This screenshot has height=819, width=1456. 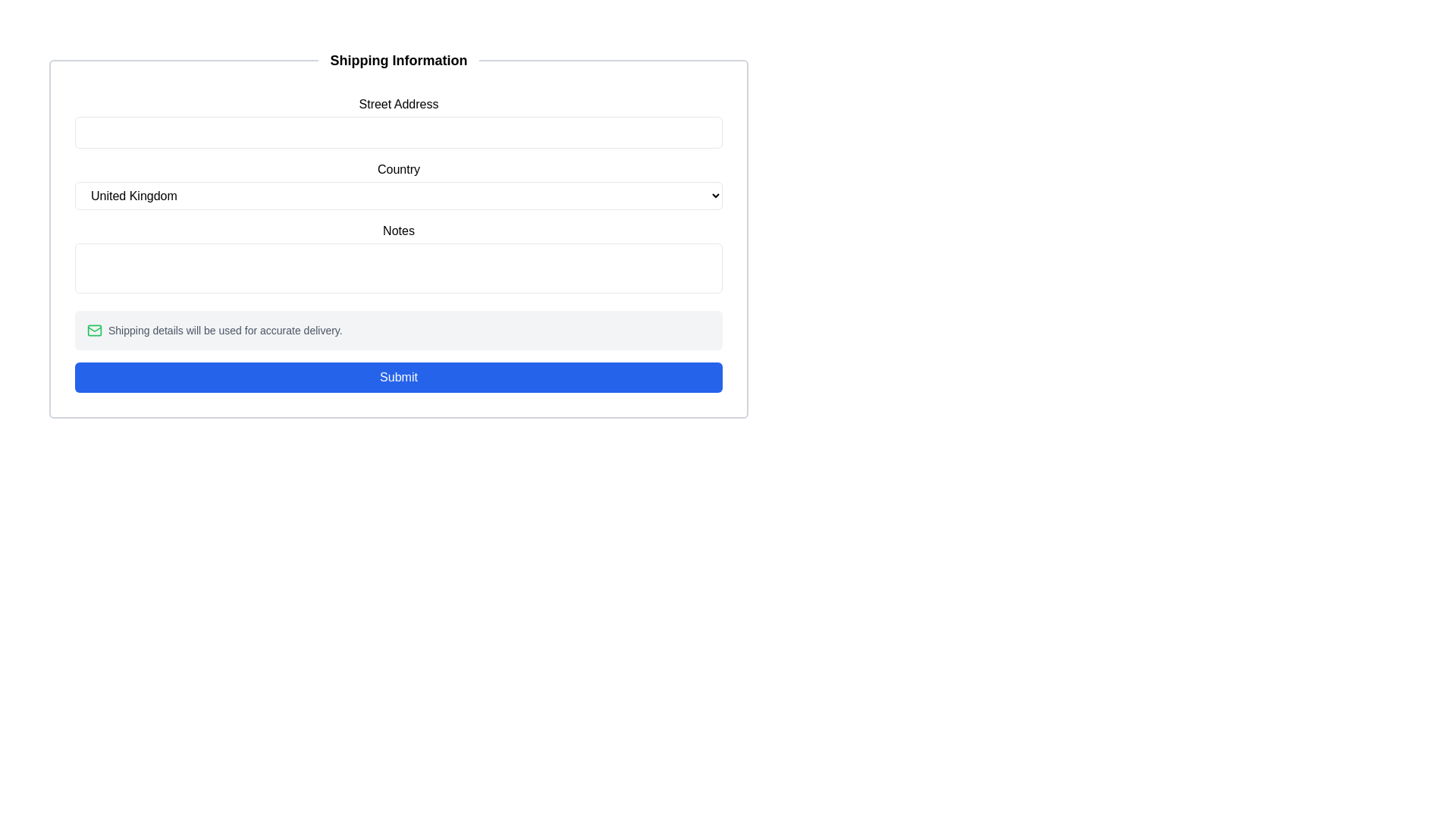 What do you see at coordinates (399, 169) in the screenshot?
I see `the 'Country' text label located above the 'United Kingdom' dropdown menu in the form layout` at bounding box center [399, 169].